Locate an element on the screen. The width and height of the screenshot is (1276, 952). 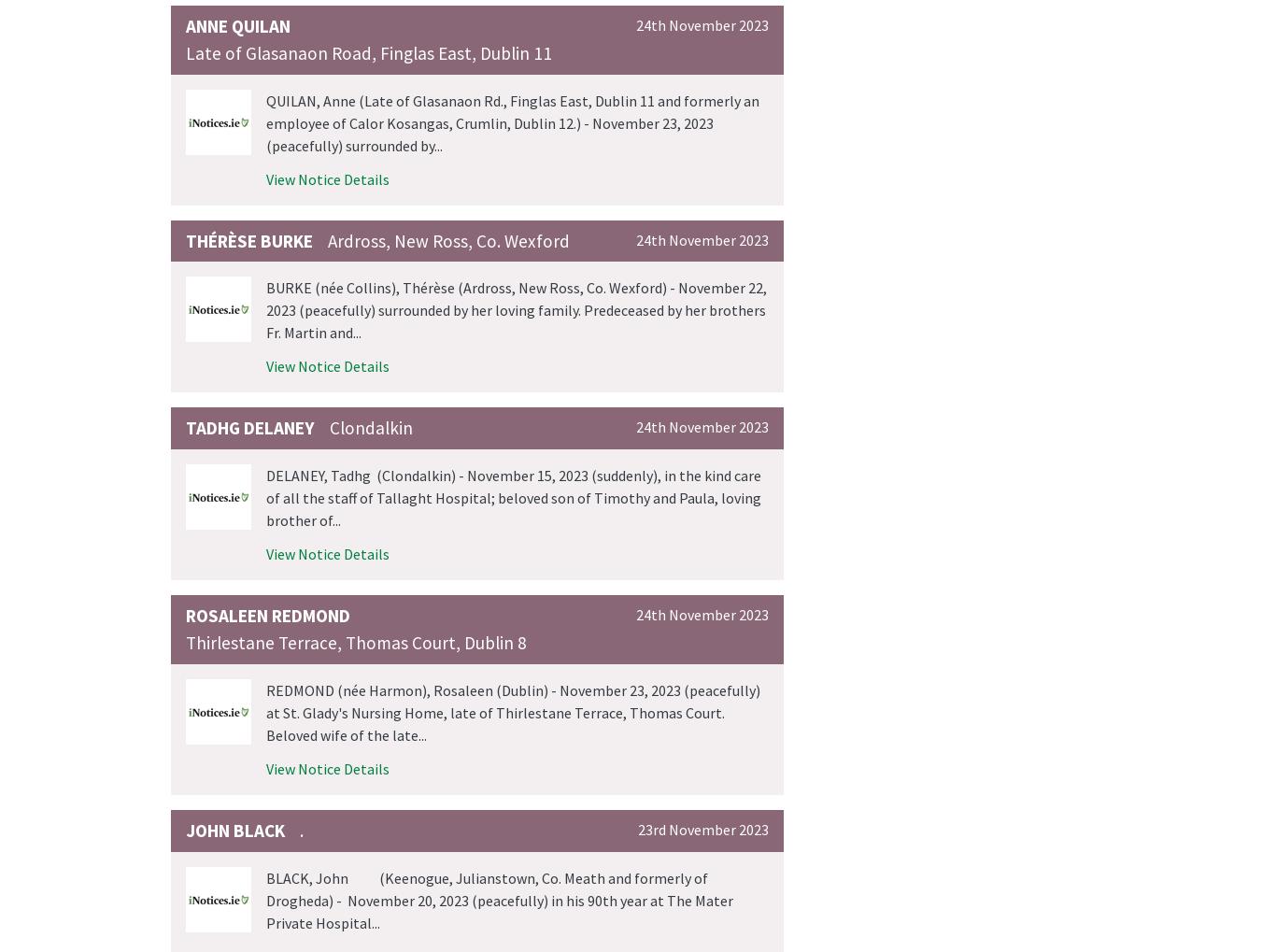
'Thérèse BURKE' is located at coordinates (249, 239).